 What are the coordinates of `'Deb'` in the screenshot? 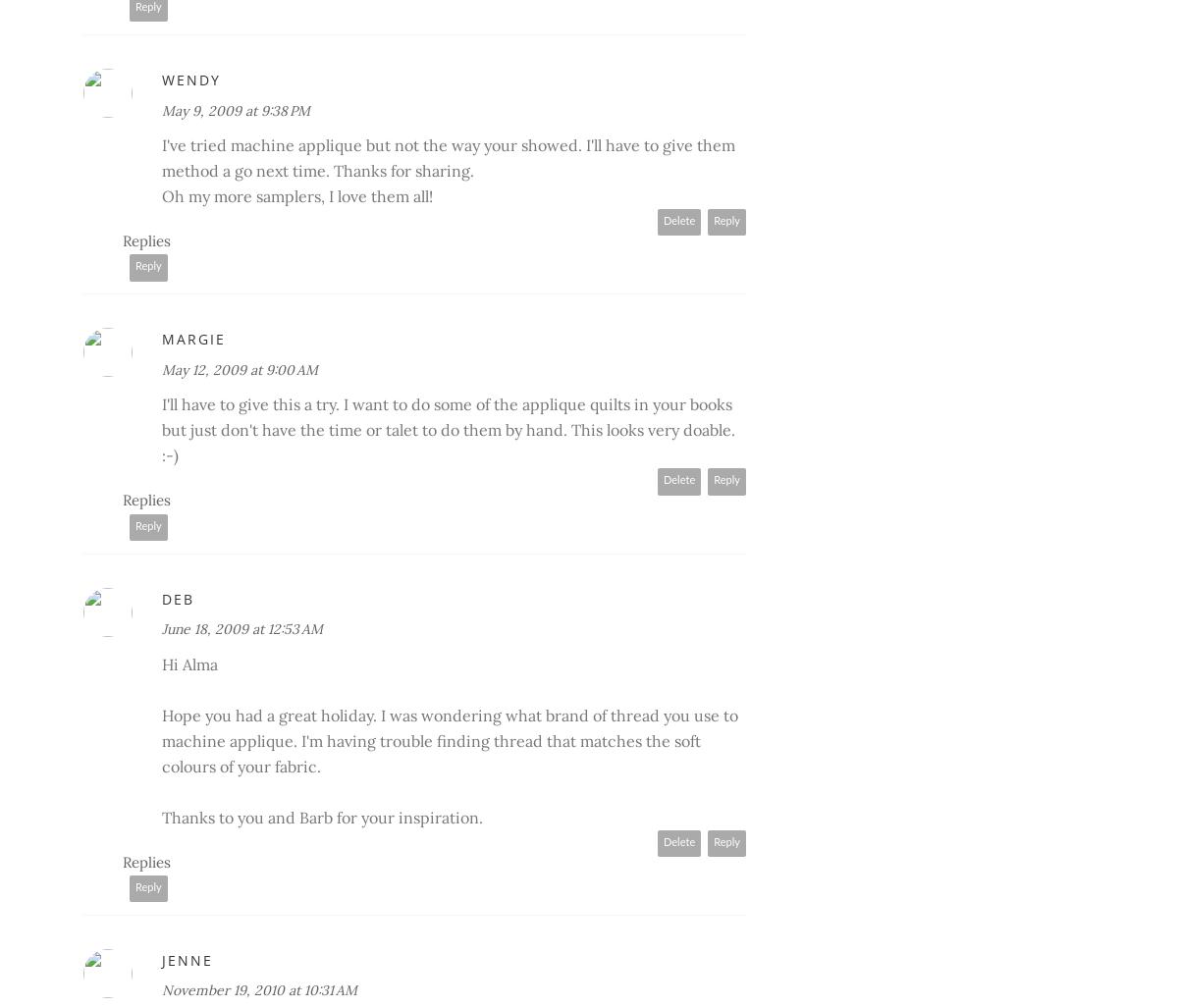 It's located at (177, 598).